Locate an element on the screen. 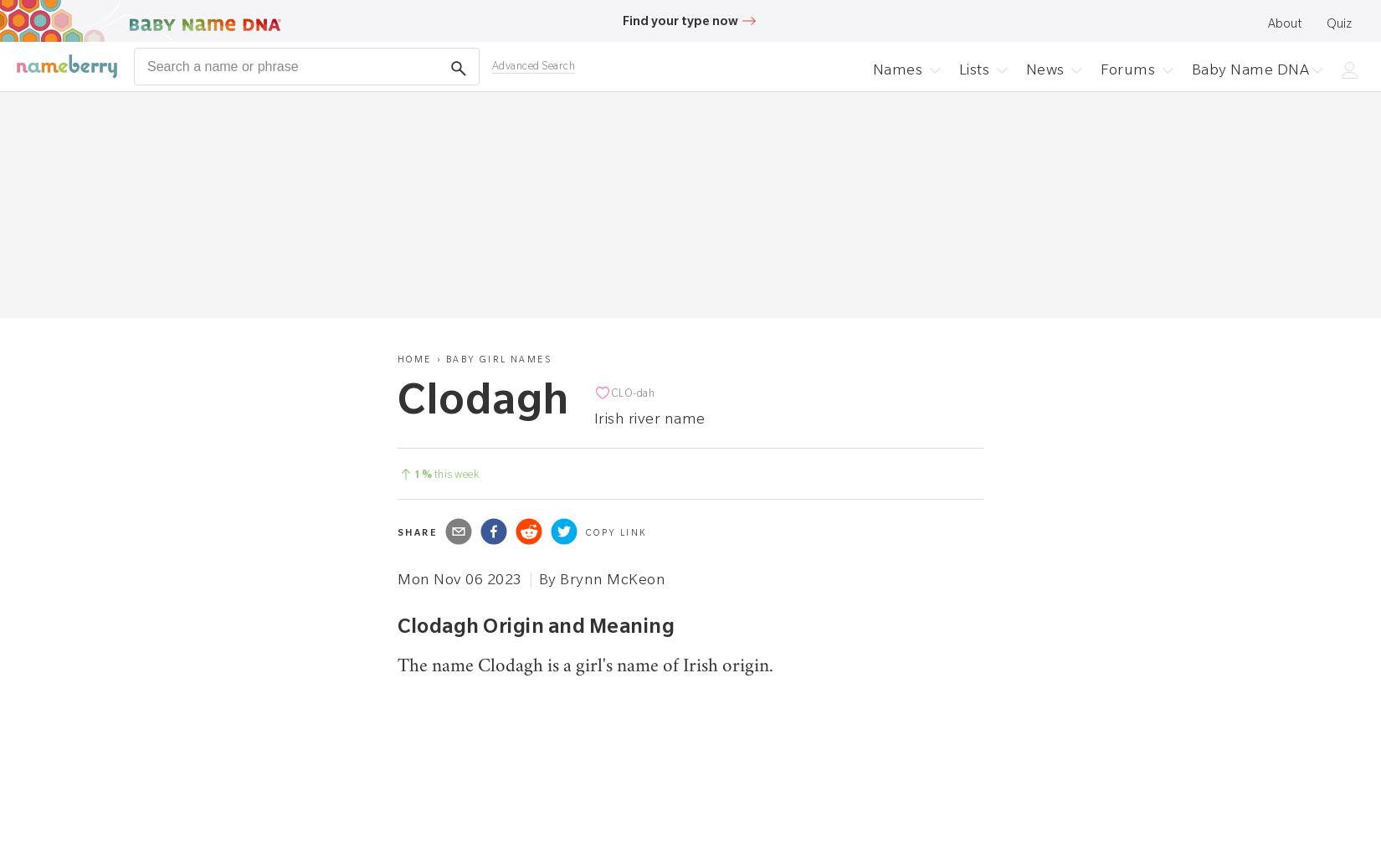 This screenshot has width=1381, height=868. '1' is located at coordinates (413, 474).